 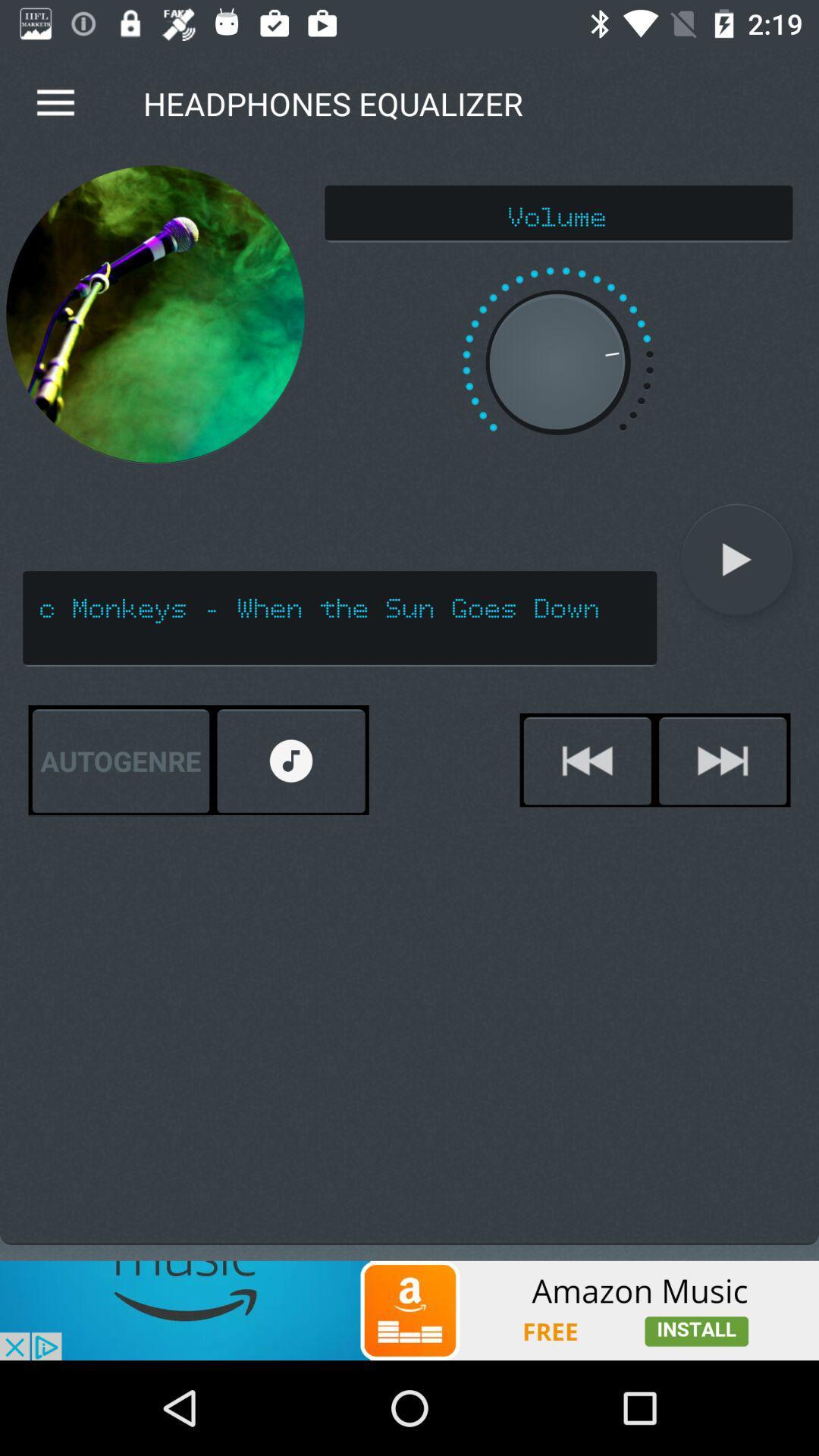 I want to click on item below arctic monkeys when, so click(x=722, y=761).